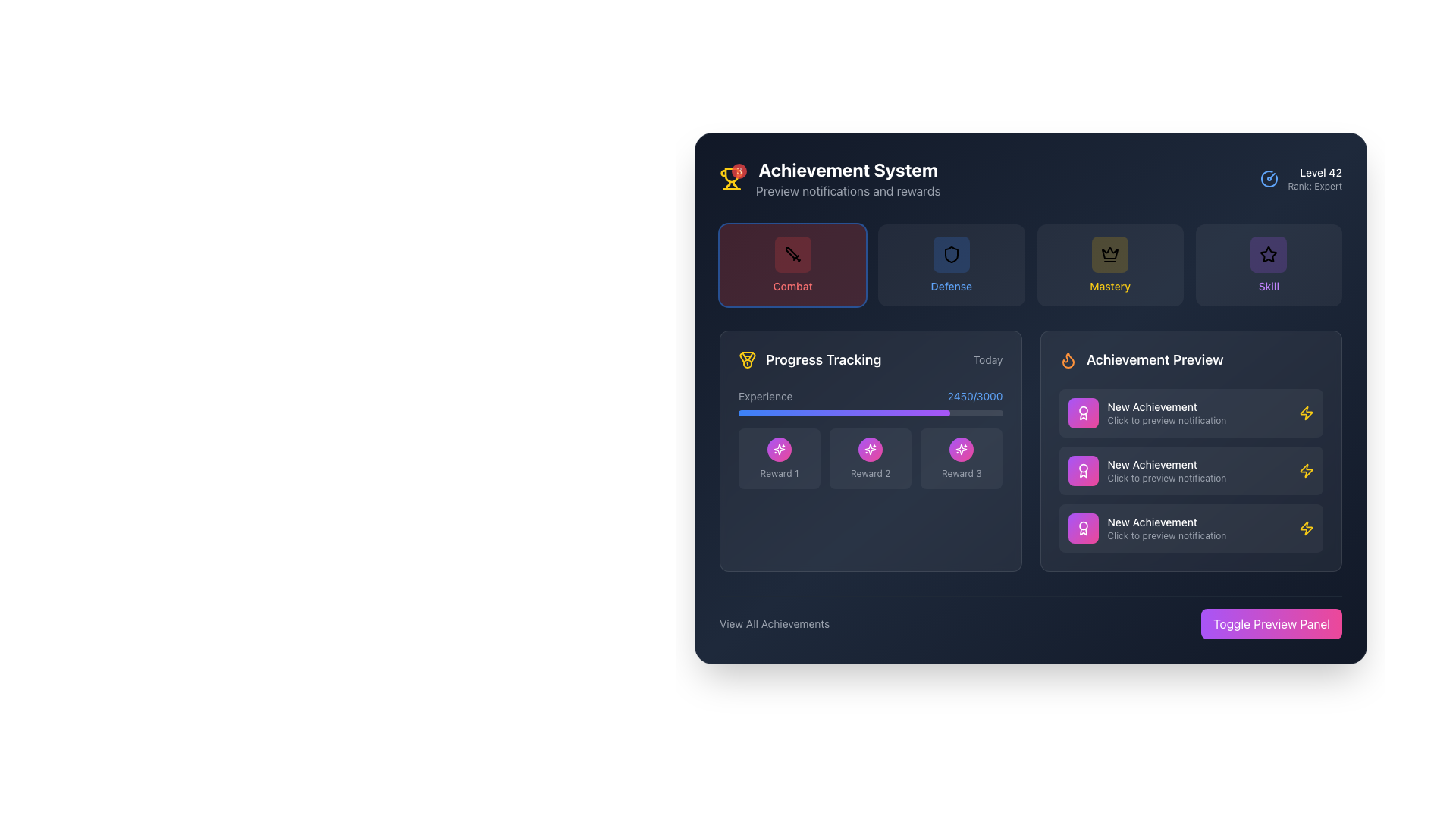  I want to click on the first button on the left in the group of four buttons, so click(792, 265).